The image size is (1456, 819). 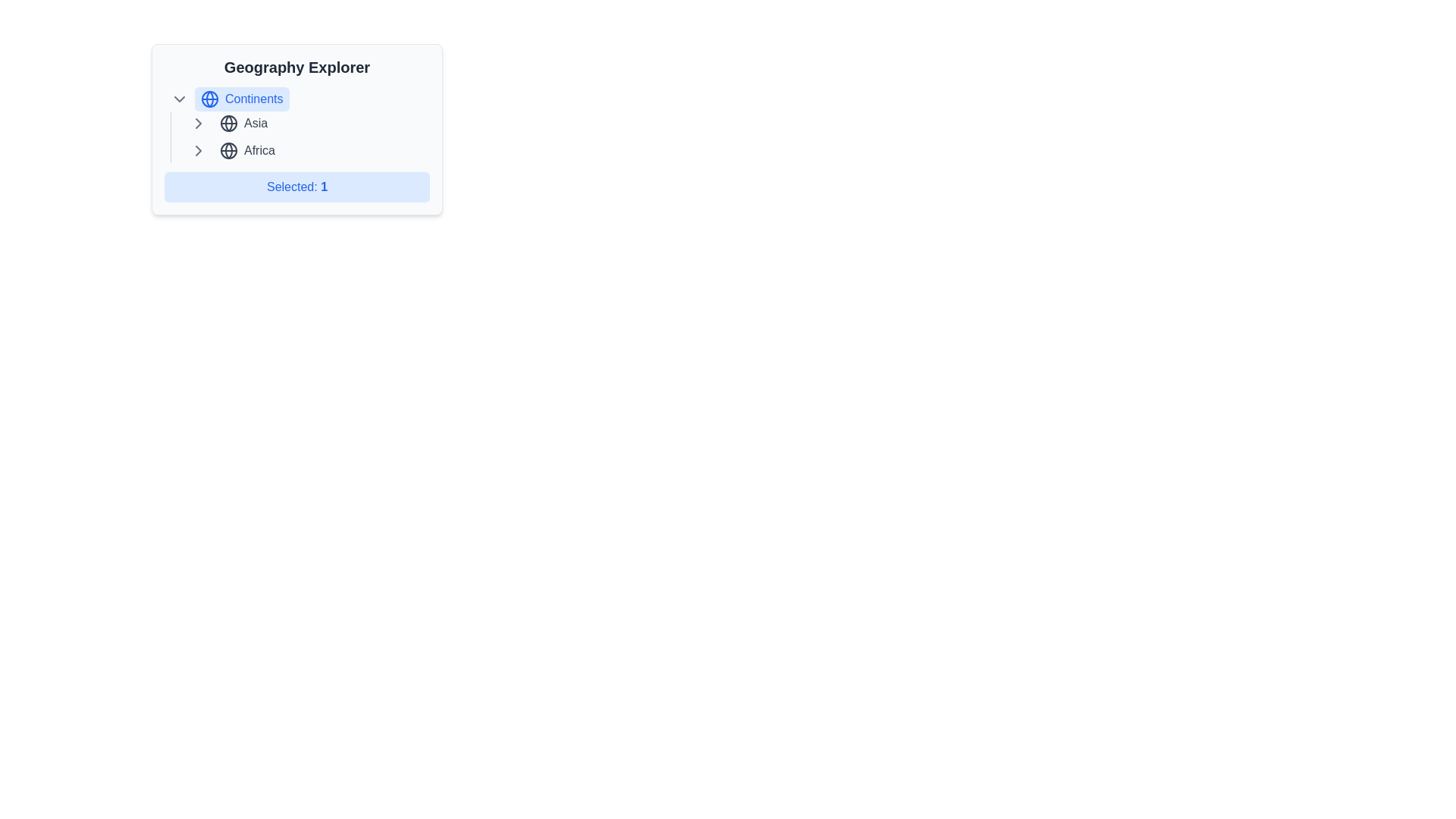 What do you see at coordinates (228, 151) in the screenshot?
I see `the globe icon located to the left of the text 'Africa' in the sidebar menu` at bounding box center [228, 151].